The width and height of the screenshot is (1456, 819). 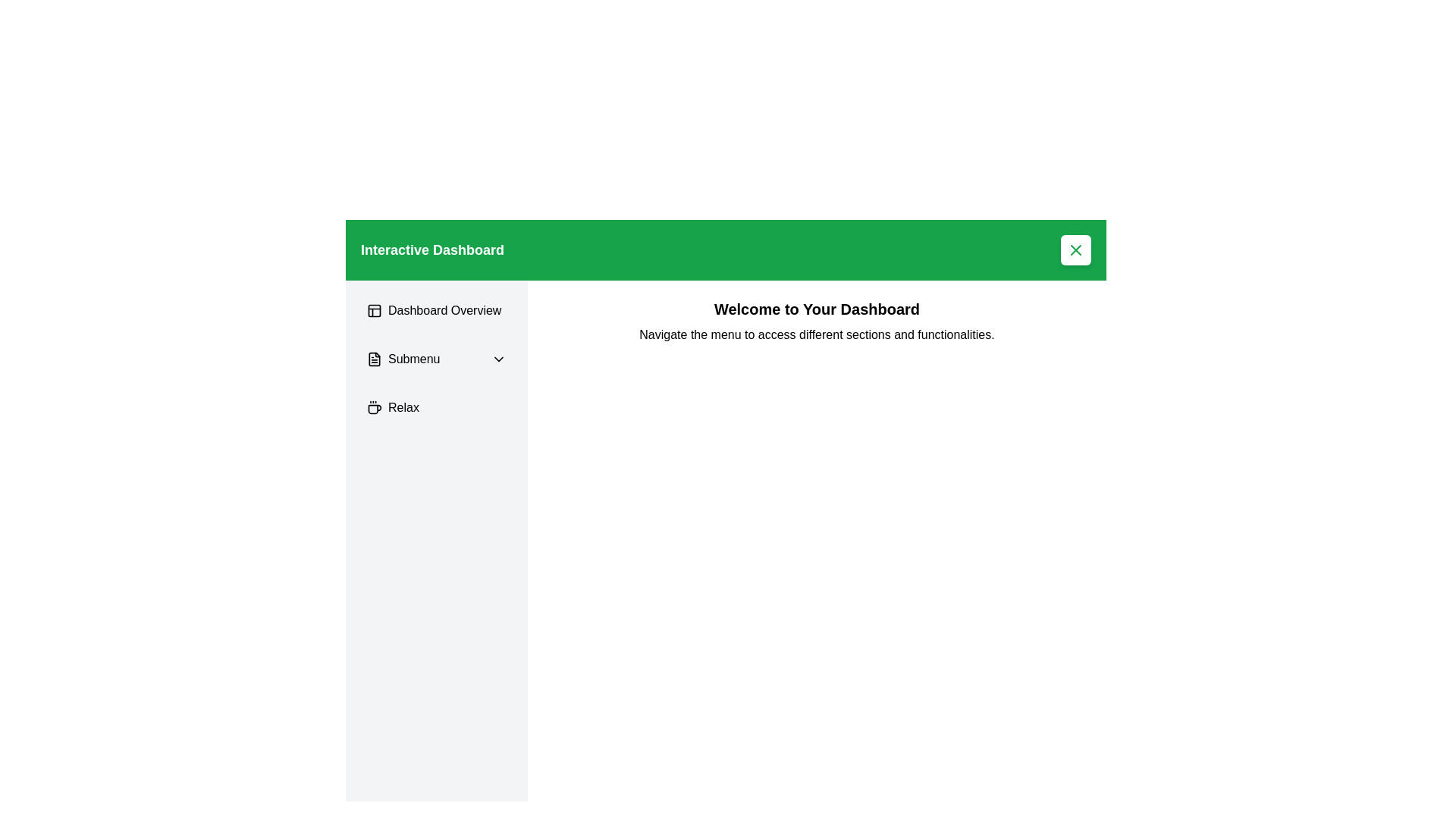 I want to click on the 'Relax' button-style menu item for keyboard-based navigation, so click(x=436, y=406).